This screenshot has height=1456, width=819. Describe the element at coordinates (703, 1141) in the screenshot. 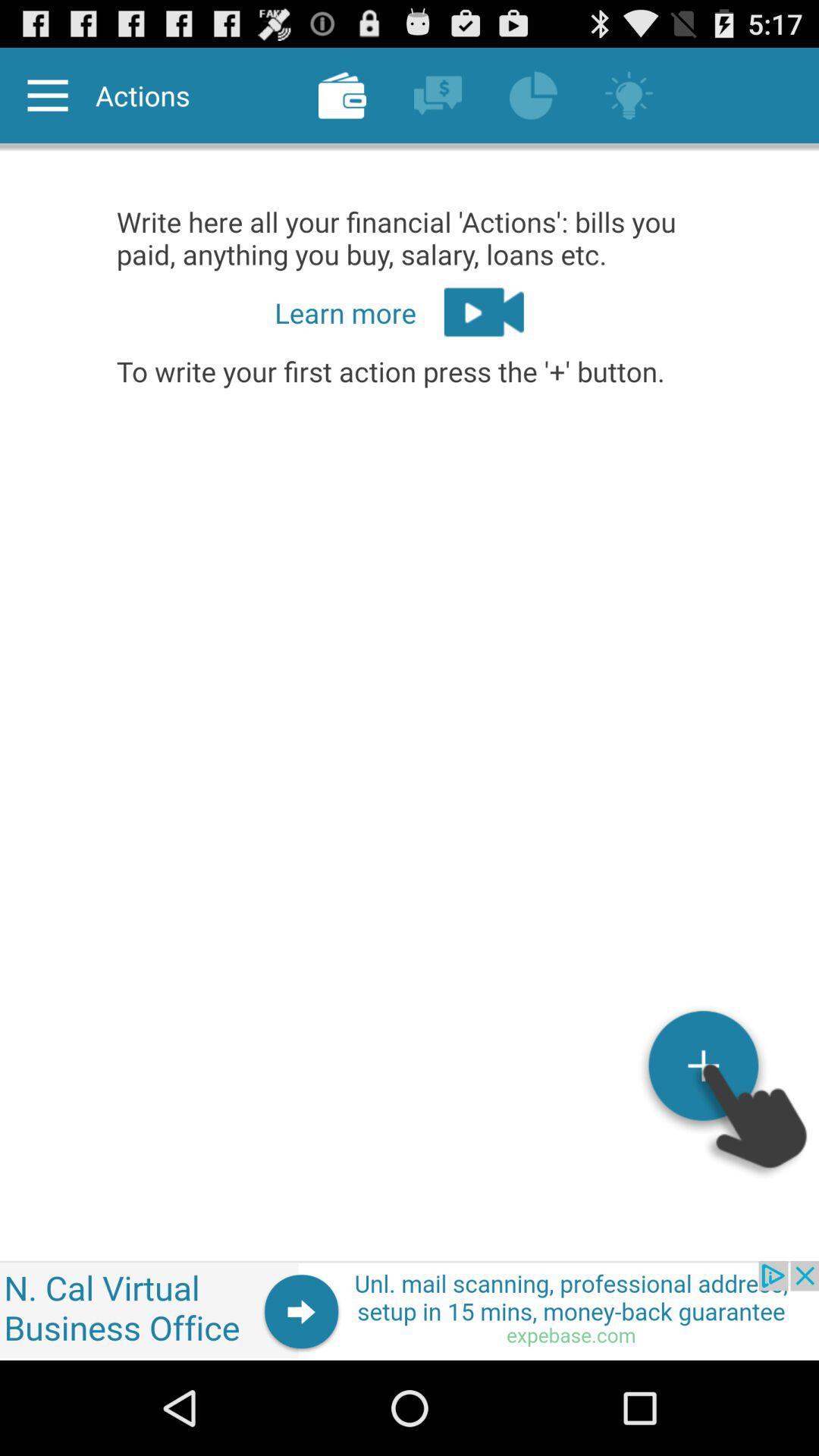

I see `the add icon` at that location.